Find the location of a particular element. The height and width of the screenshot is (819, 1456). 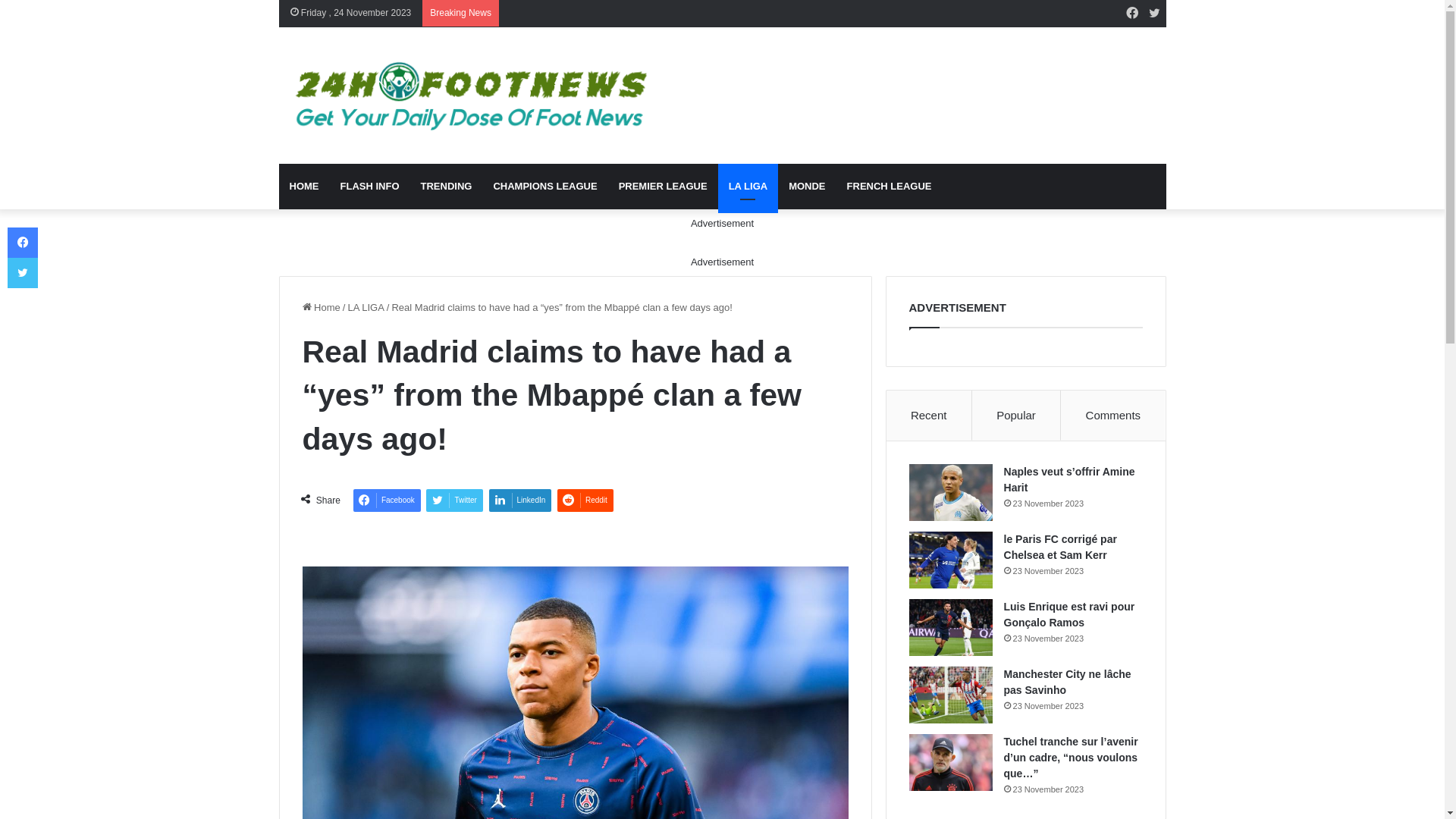

'24hfootnews' is located at coordinates (466, 96).